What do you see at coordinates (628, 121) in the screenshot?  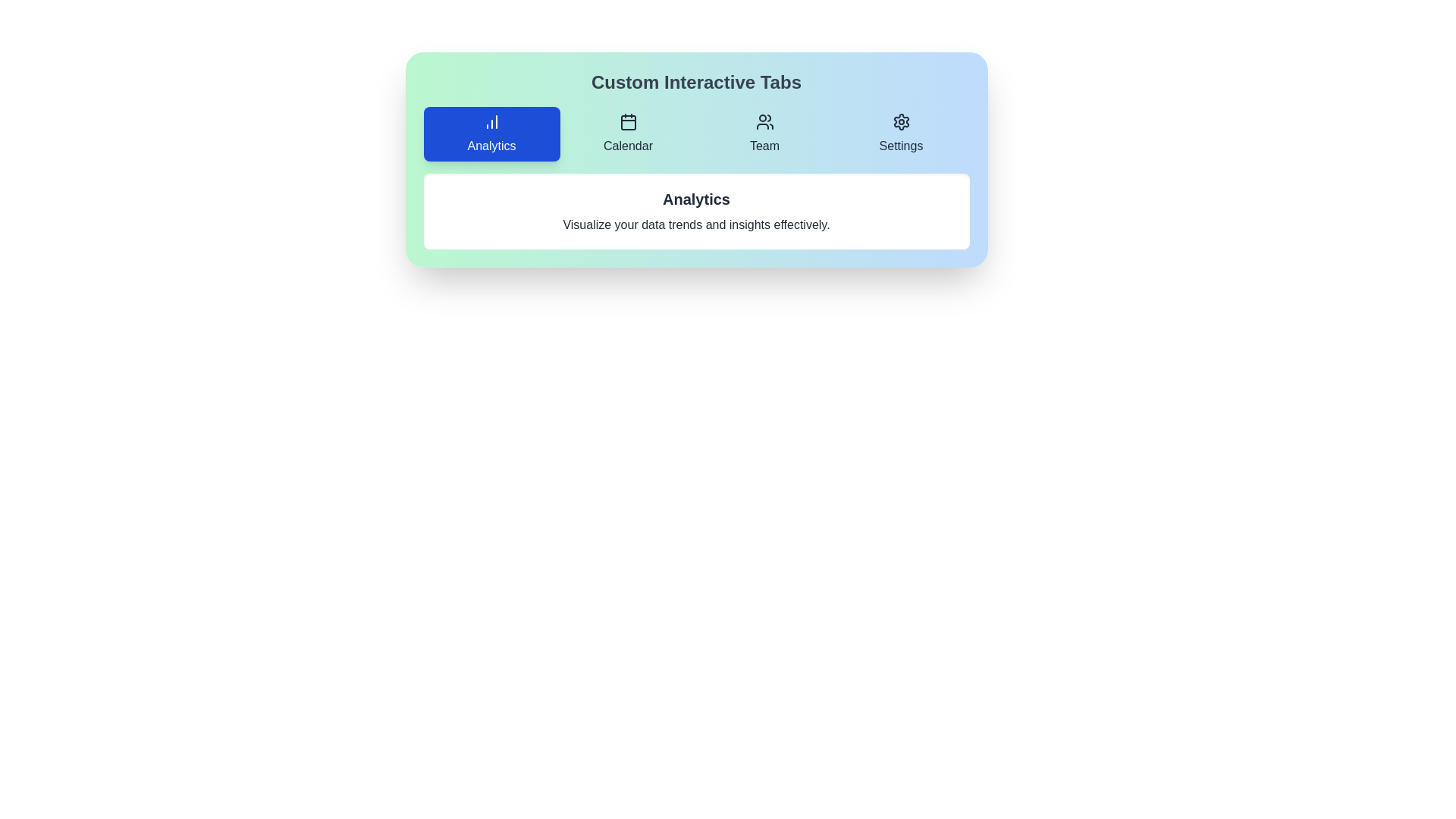 I see `the calendar icon, which is the second item in a row of icons` at bounding box center [628, 121].